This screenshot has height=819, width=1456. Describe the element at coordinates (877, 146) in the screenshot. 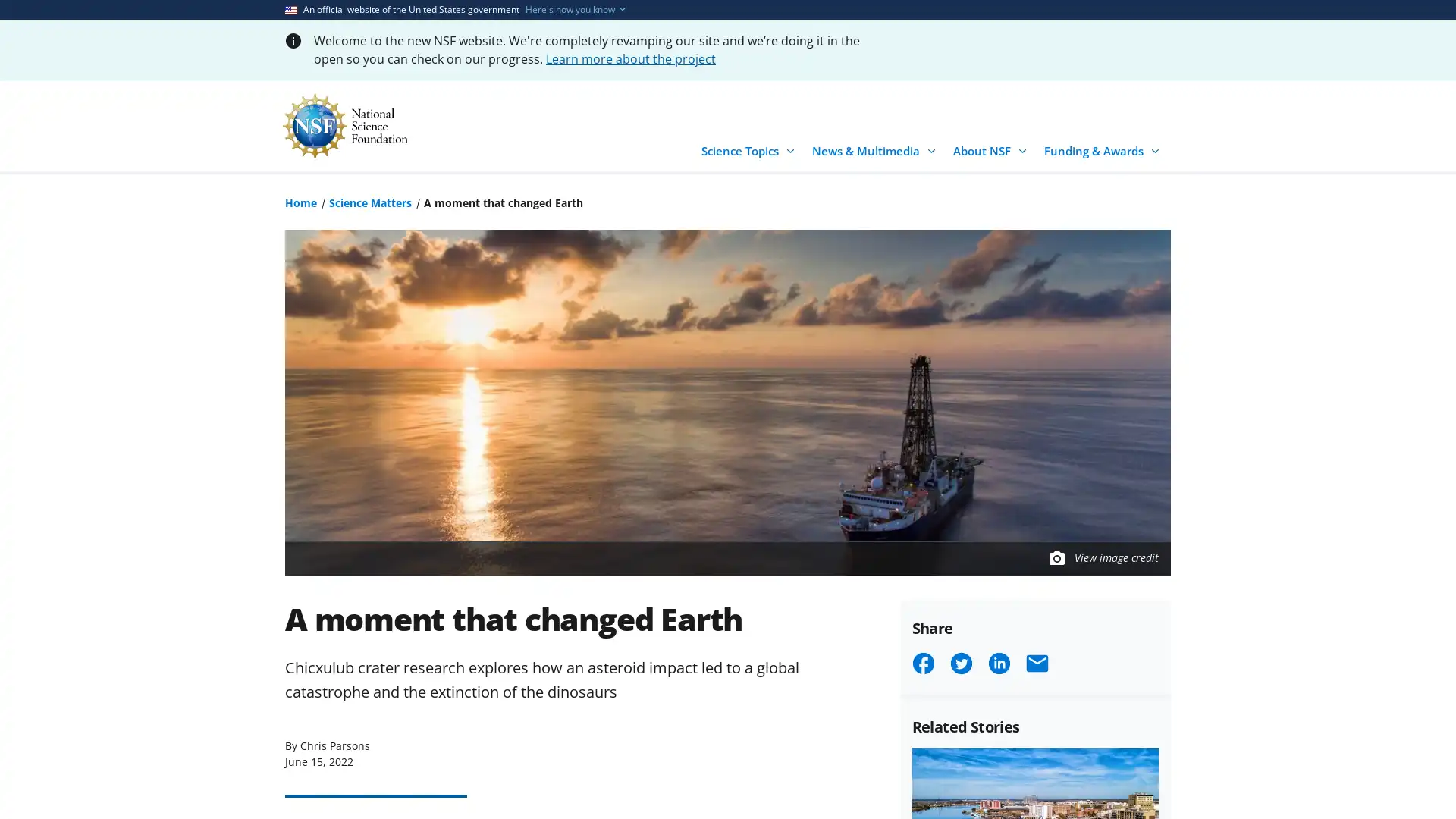

I see `News & Multimedia` at that location.